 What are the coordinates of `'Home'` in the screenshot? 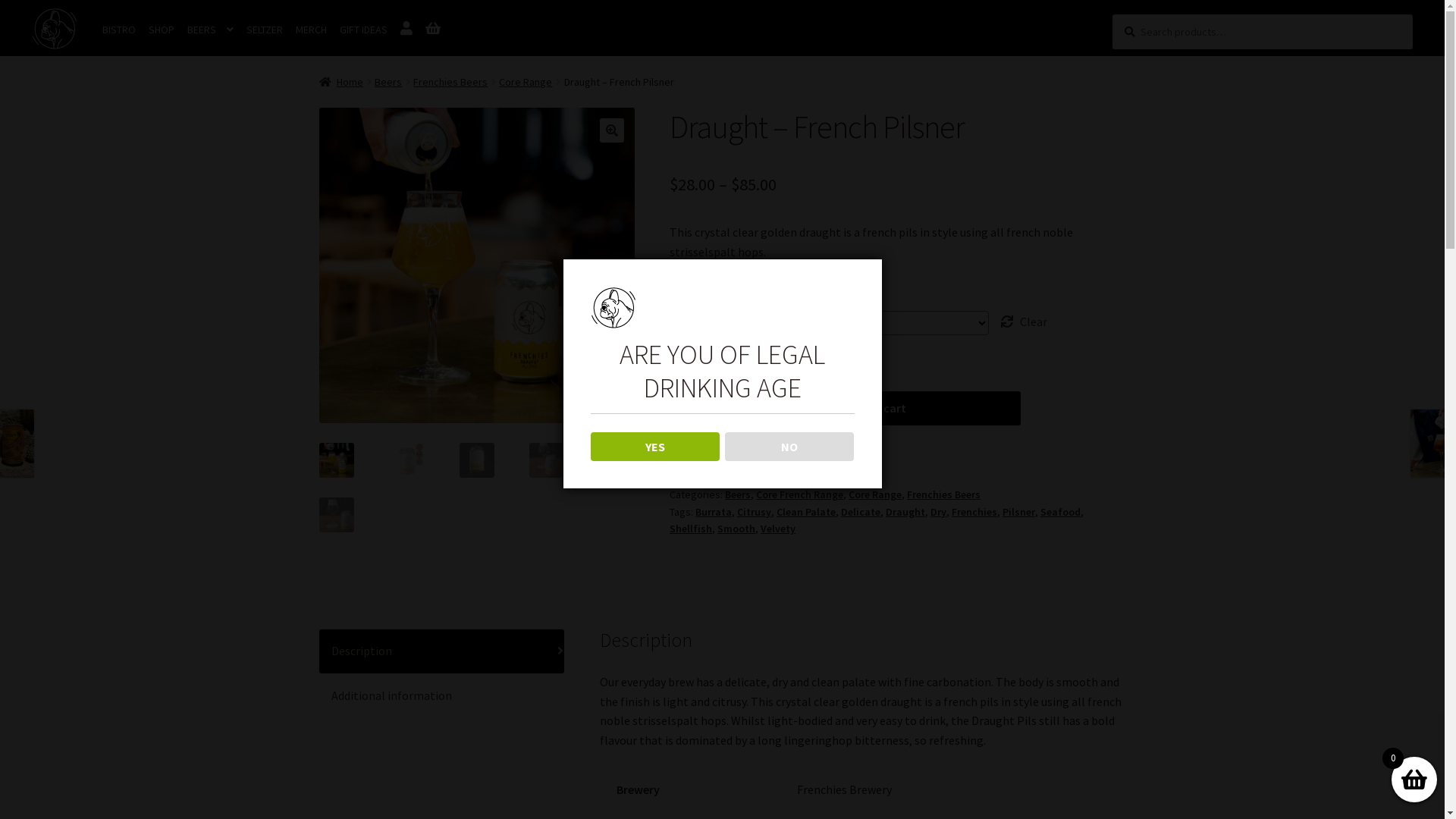 It's located at (340, 82).